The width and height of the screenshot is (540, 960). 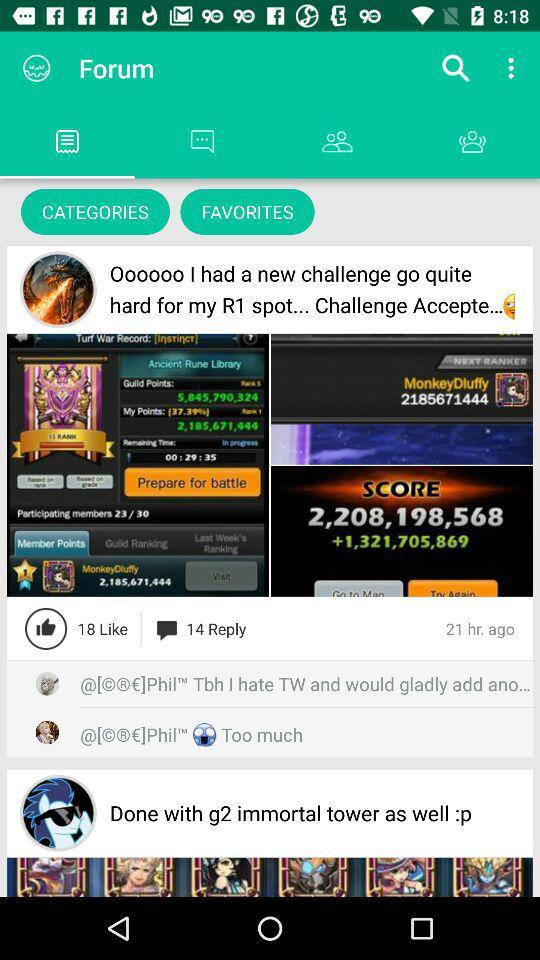 What do you see at coordinates (36, 68) in the screenshot?
I see `item next to forum` at bounding box center [36, 68].